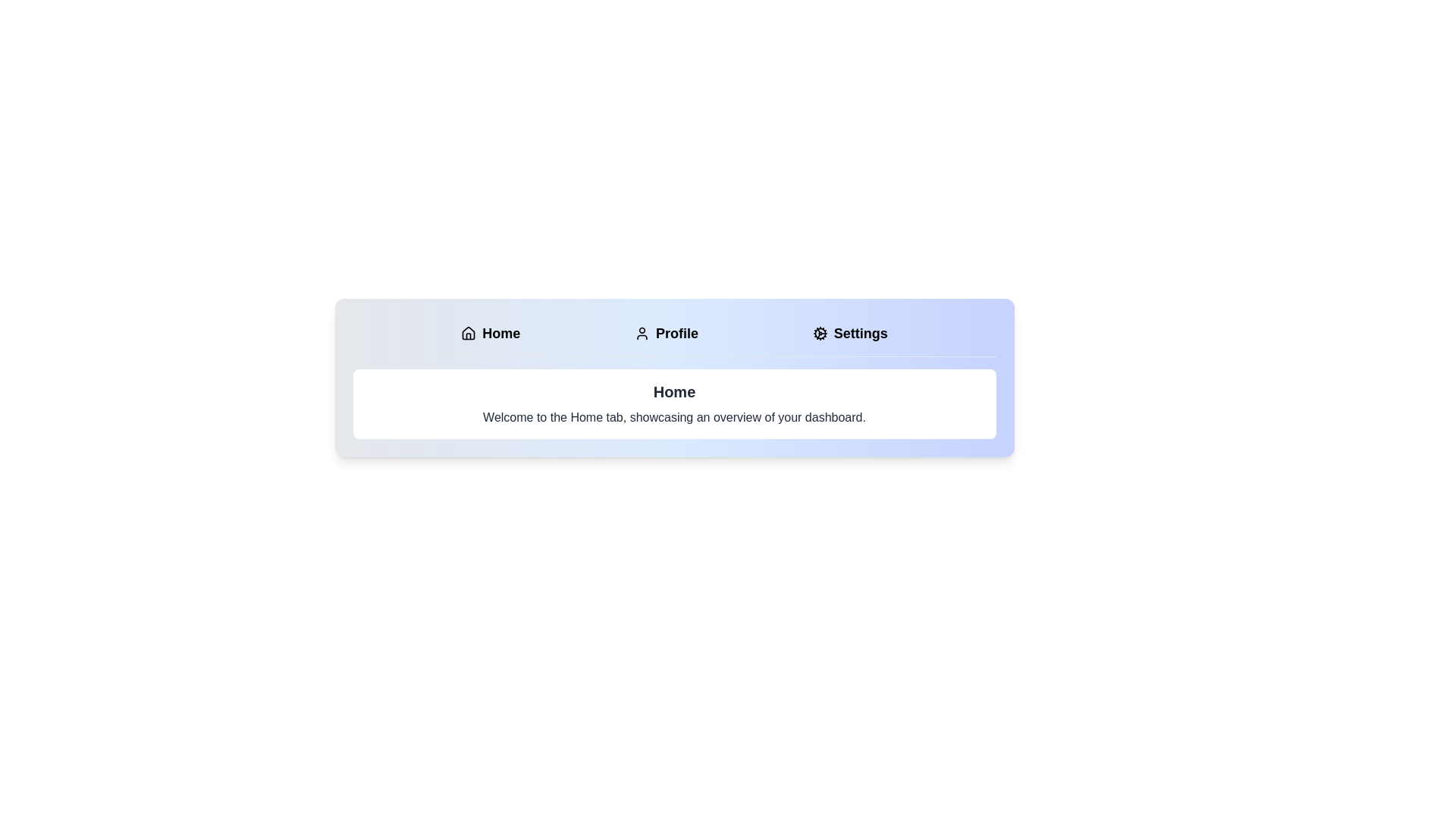 The height and width of the screenshot is (819, 1456). What do you see at coordinates (666, 332) in the screenshot?
I see `the navigation button that serves to switch to the 'Profile' section of the application, located as the second item in the navigation menu` at bounding box center [666, 332].